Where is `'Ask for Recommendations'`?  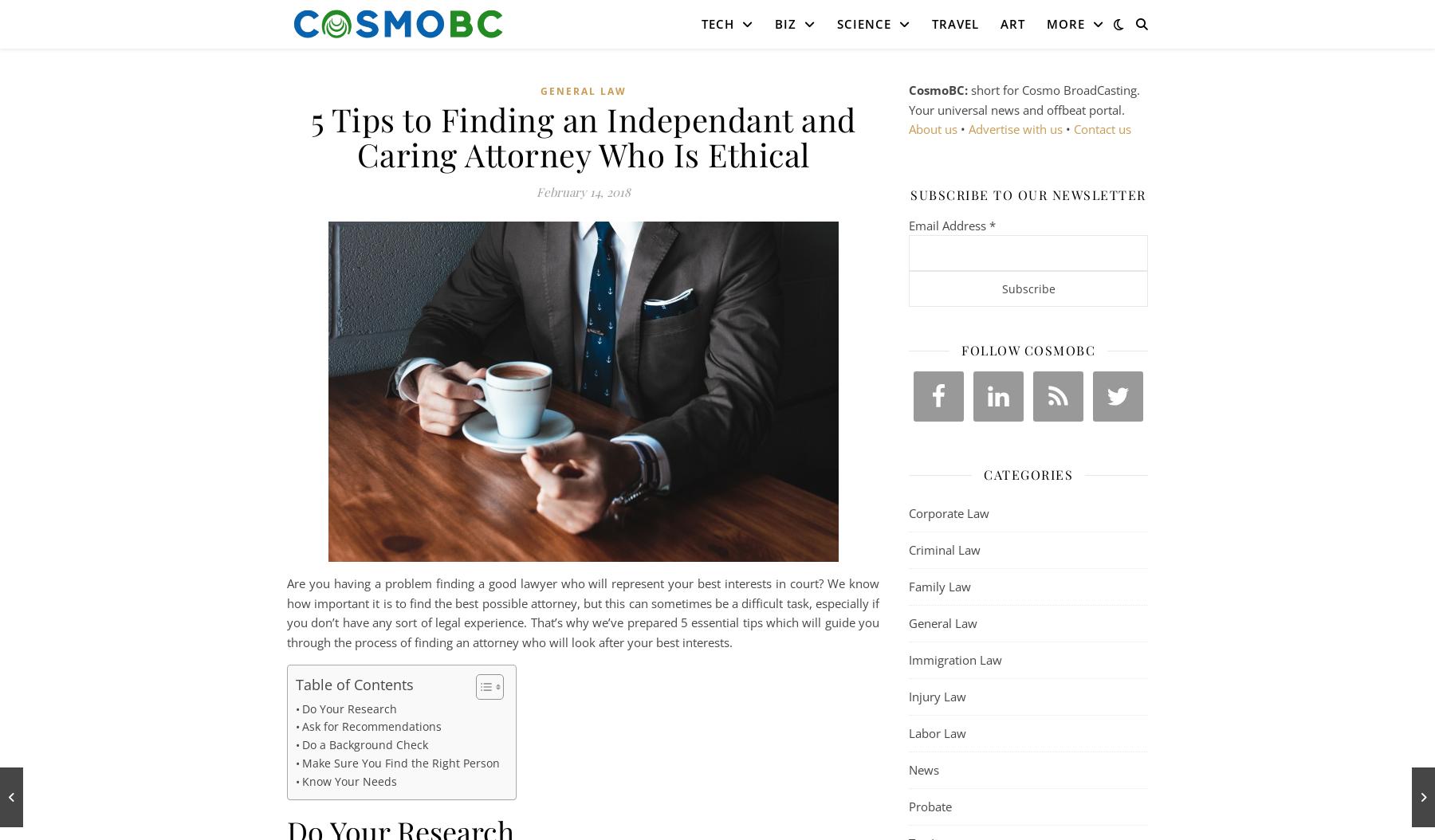 'Ask for Recommendations' is located at coordinates (370, 725).